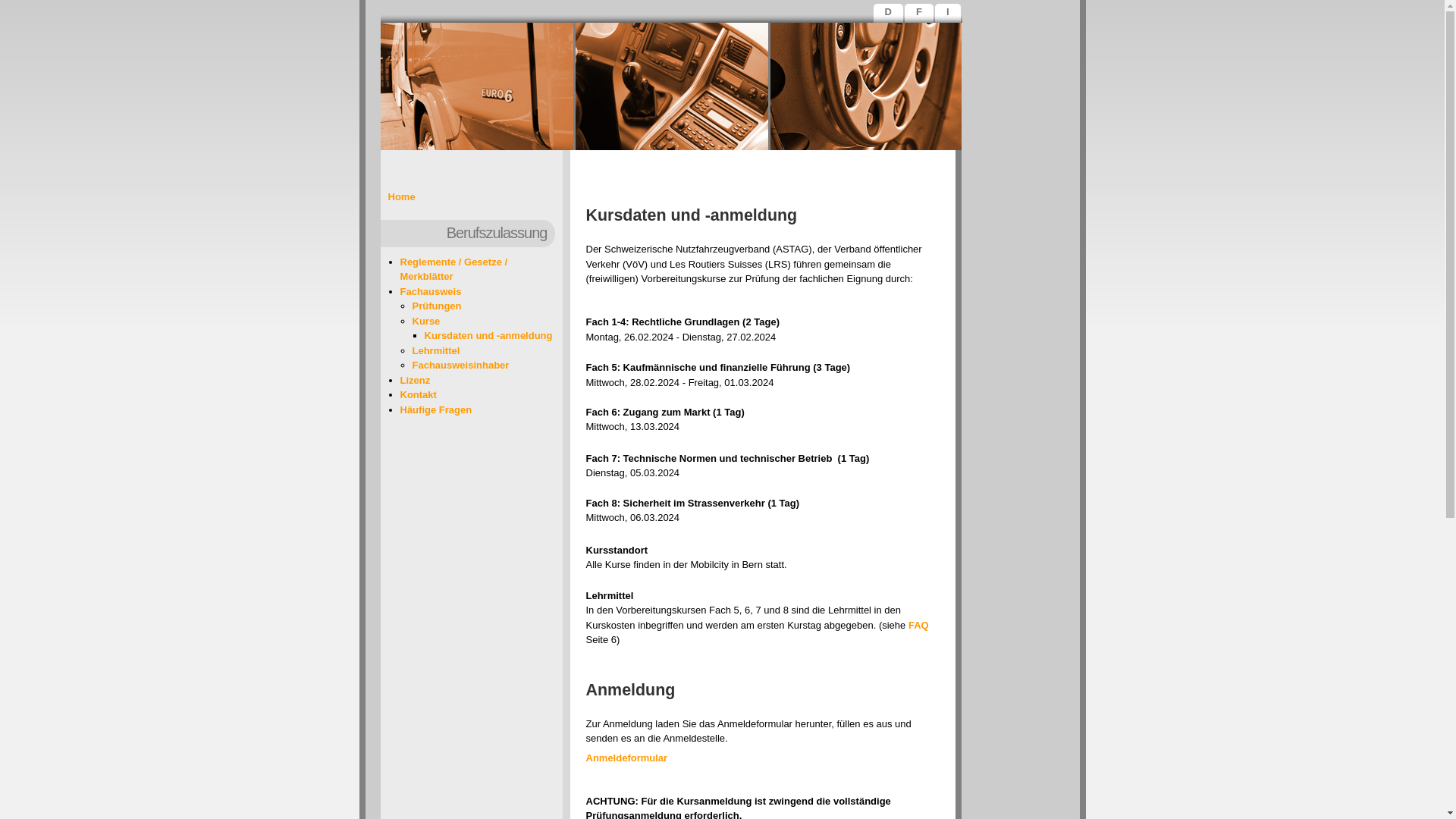 Image resolution: width=1456 pixels, height=819 pixels. Describe the element at coordinates (918, 624) in the screenshot. I see `'FAQ'` at that location.